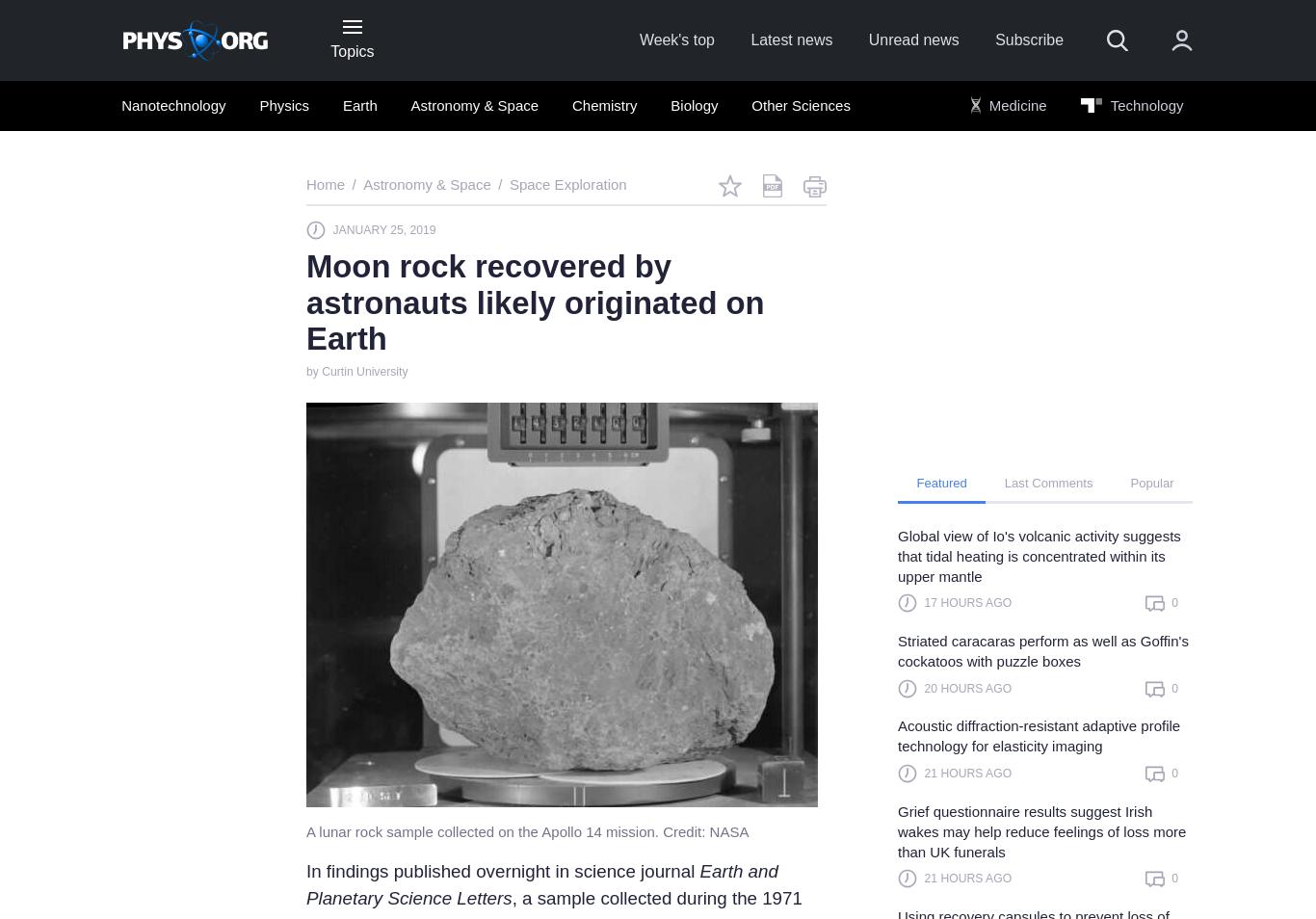 The height and width of the screenshot is (919, 1316). I want to click on 'Maybe later', so click(694, 849).